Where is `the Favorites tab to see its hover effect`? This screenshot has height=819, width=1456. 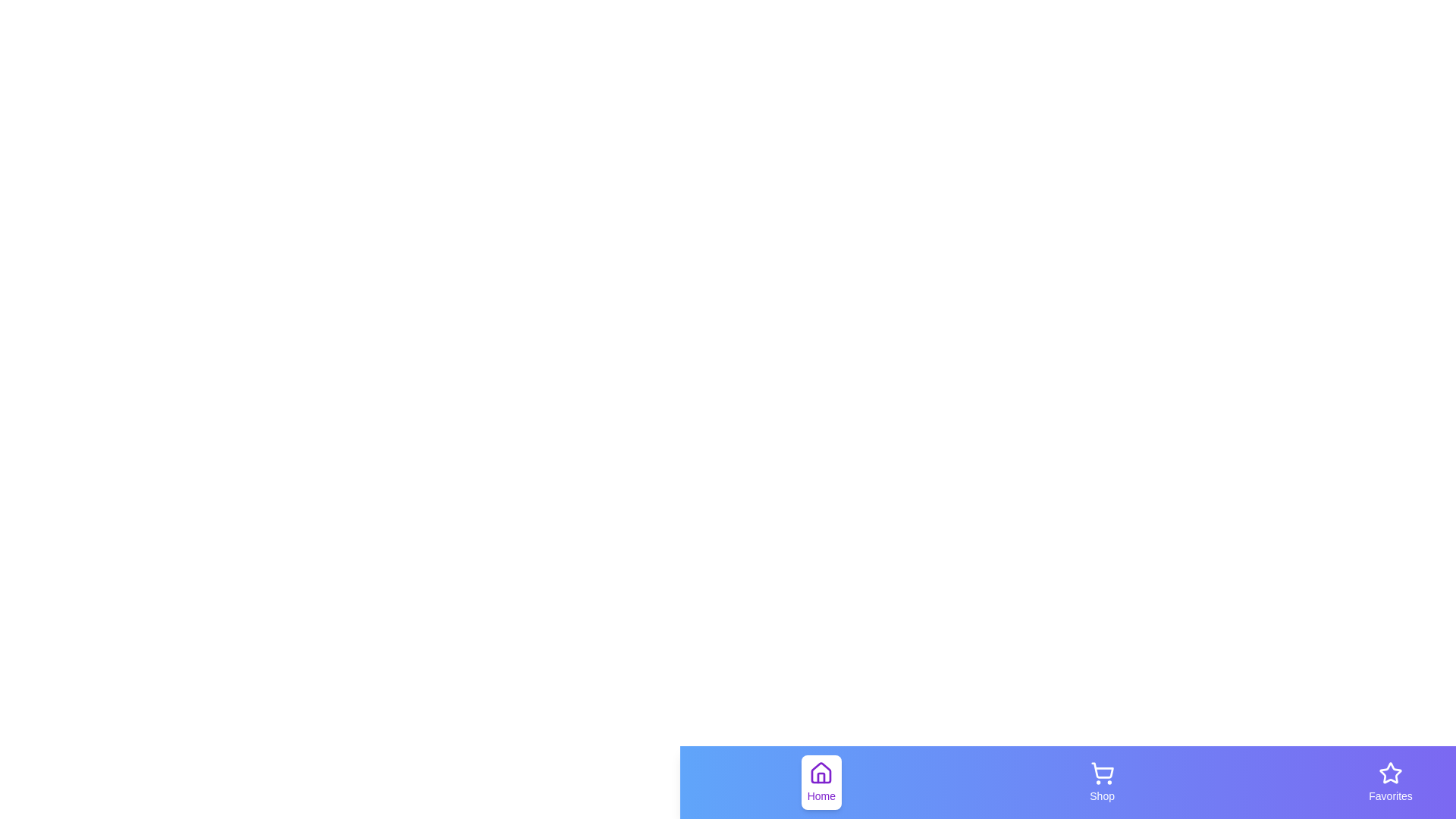
the Favorites tab to see its hover effect is located at coordinates (1390, 783).